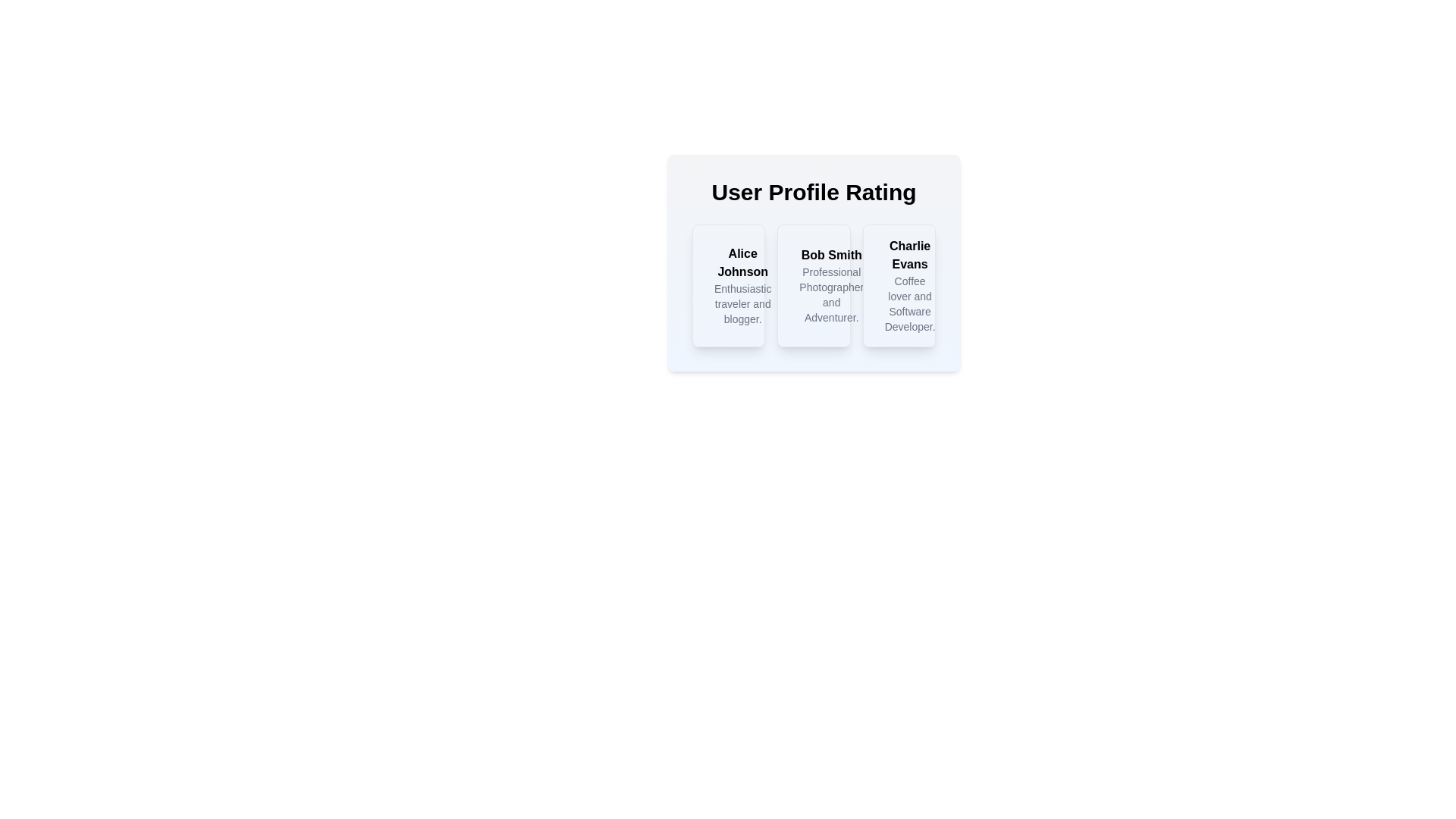 The height and width of the screenshot is (819, 1456). What do you see at coordinates (899, 286) in the screenshot?
I see `the Profile Information Display located within the third card from the left under the 'User Profile Rating' heading for interaction` at bounding box center [899, 286].